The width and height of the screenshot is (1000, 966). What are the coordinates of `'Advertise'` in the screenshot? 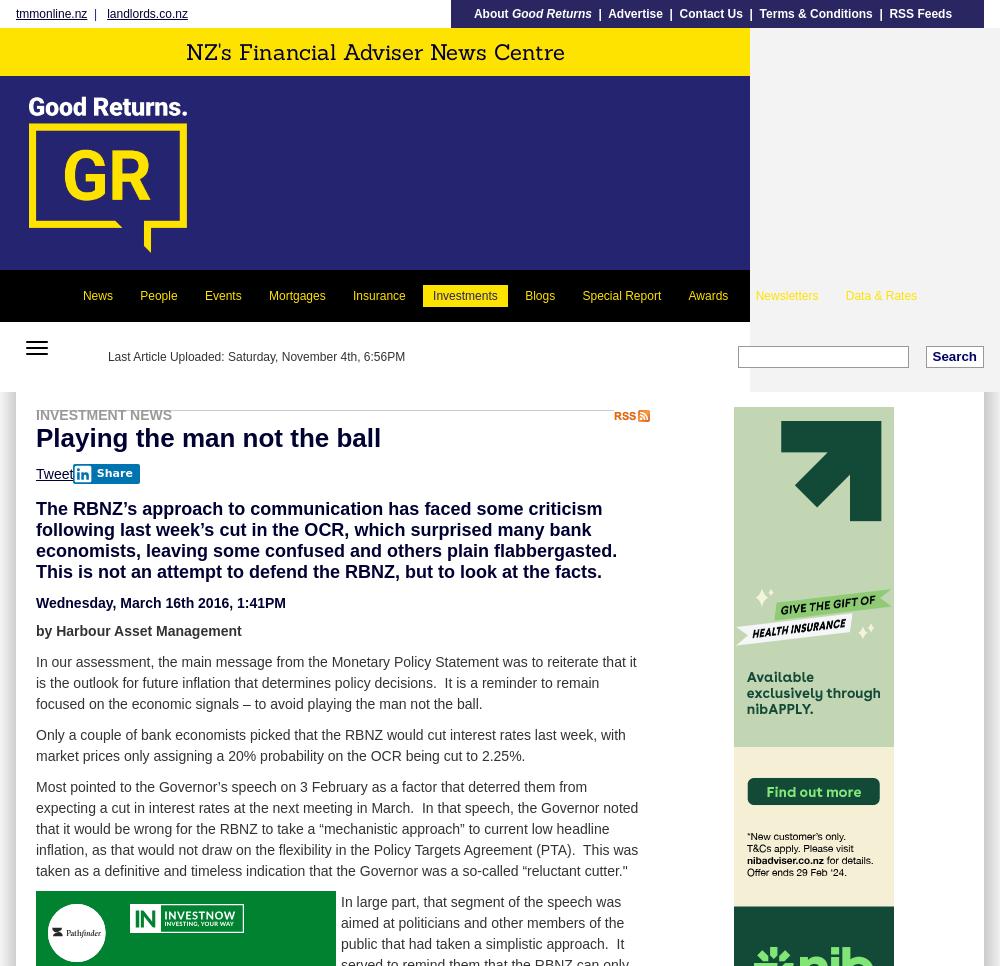 It's located at (635, 13).